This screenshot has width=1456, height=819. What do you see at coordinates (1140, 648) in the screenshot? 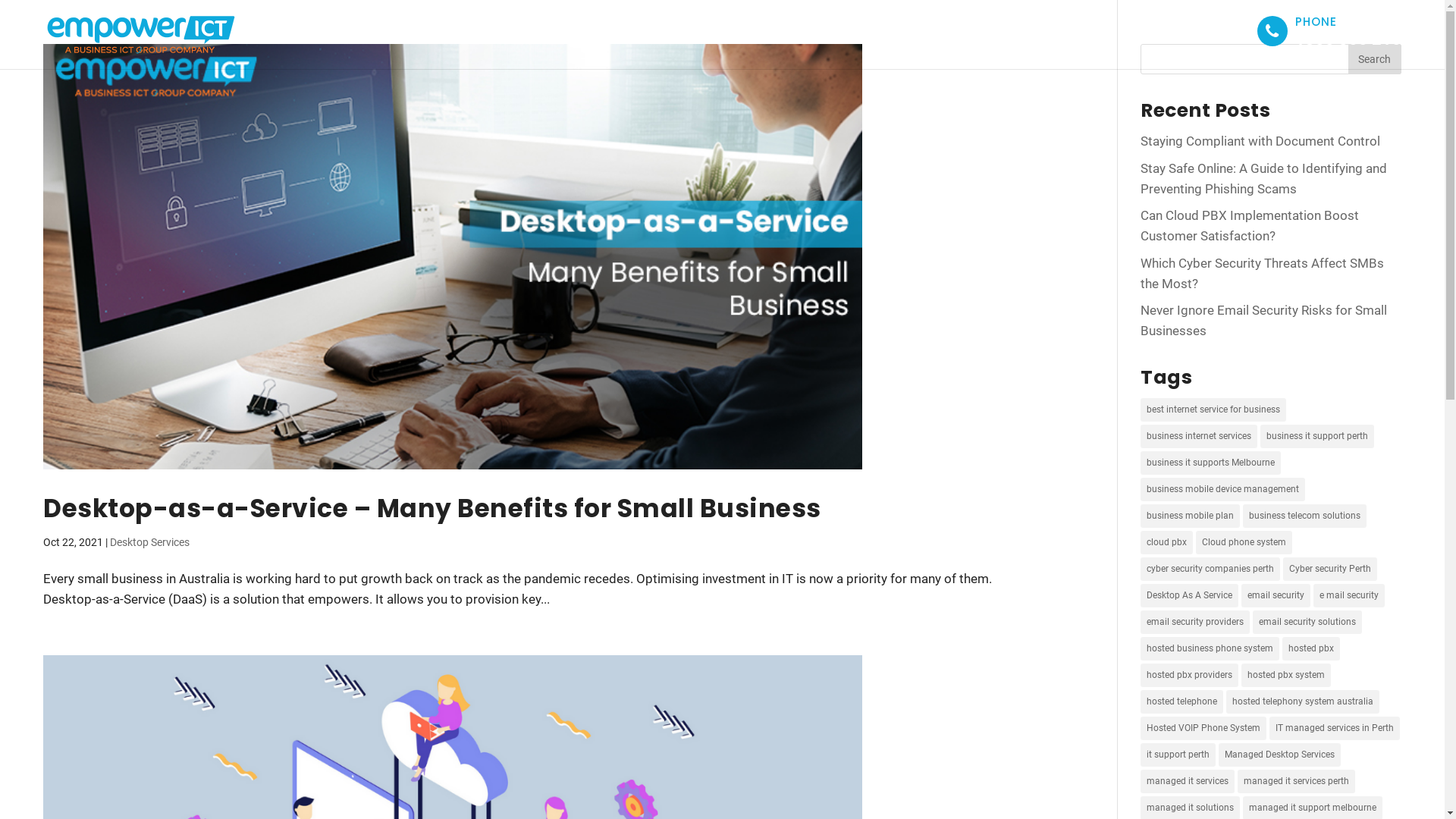
I see `'hosted business phone system'` at bounding box center [1140, 648].